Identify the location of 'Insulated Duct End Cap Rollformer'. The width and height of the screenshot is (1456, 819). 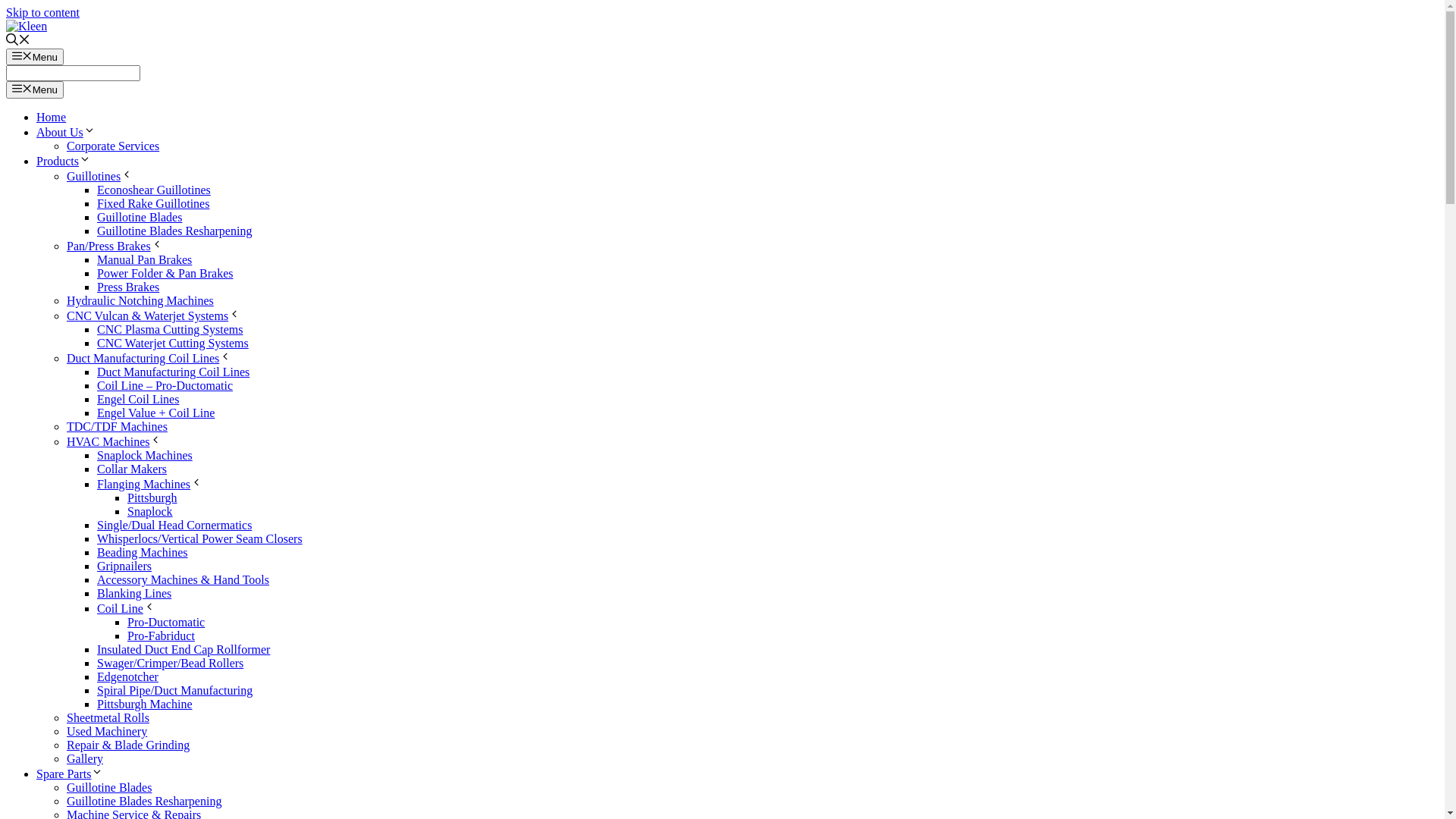
(96, 648).